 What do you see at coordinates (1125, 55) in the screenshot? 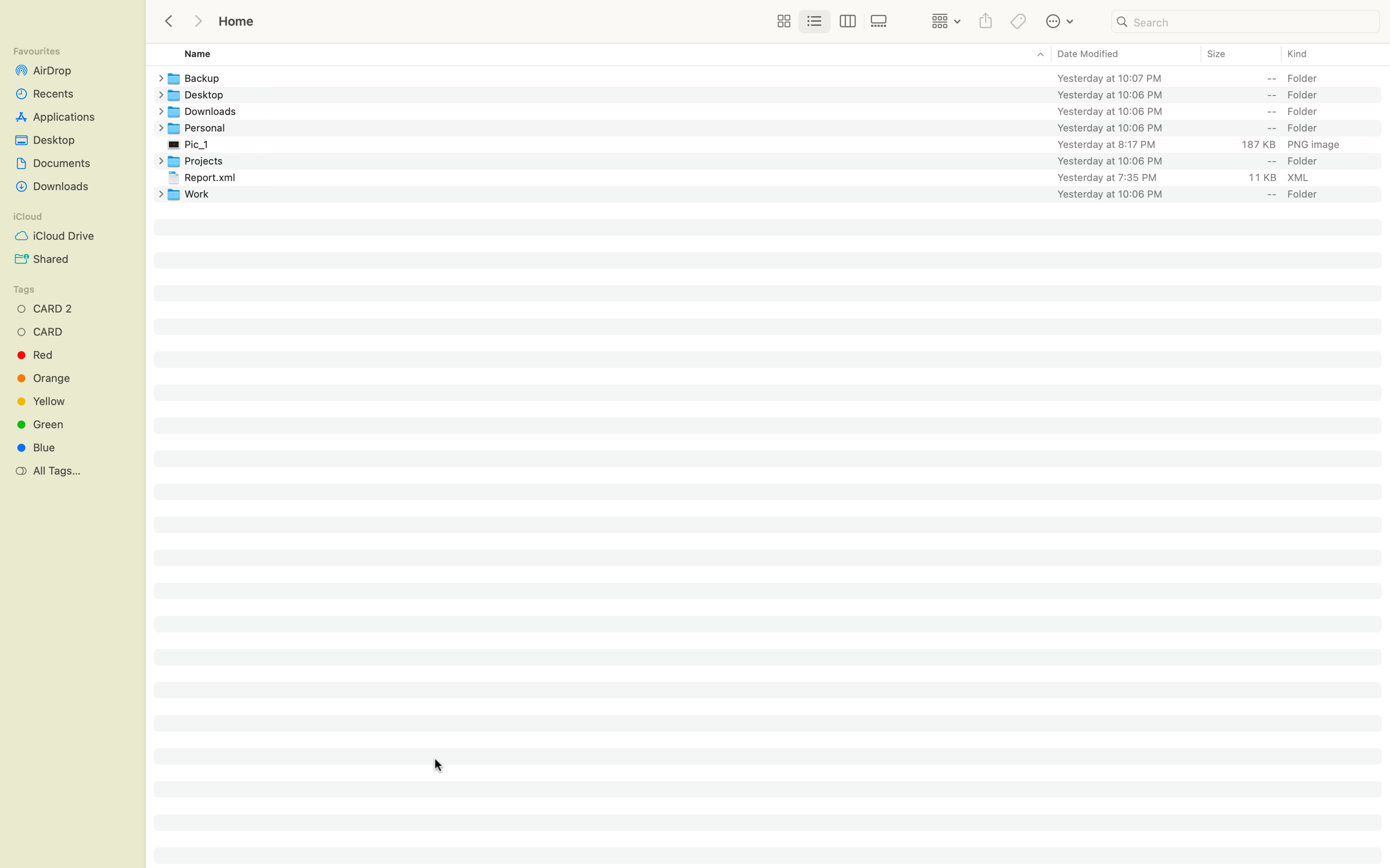
I see `Sort the documents from newest to oldest` at bounding box center [1125, 55].